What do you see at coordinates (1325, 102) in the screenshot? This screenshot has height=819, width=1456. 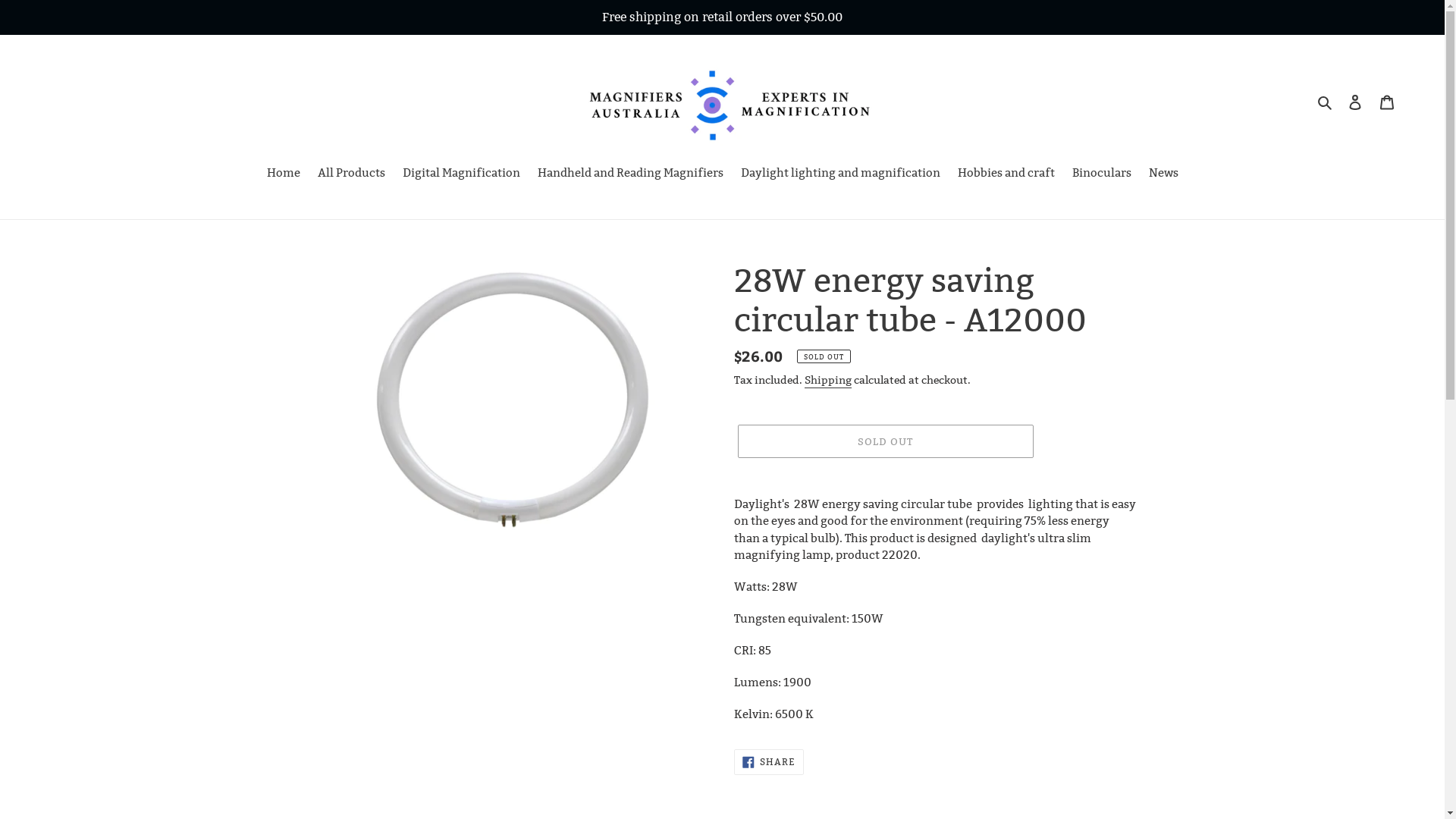 I see `'Search'` at bounding box center [1325, 102].